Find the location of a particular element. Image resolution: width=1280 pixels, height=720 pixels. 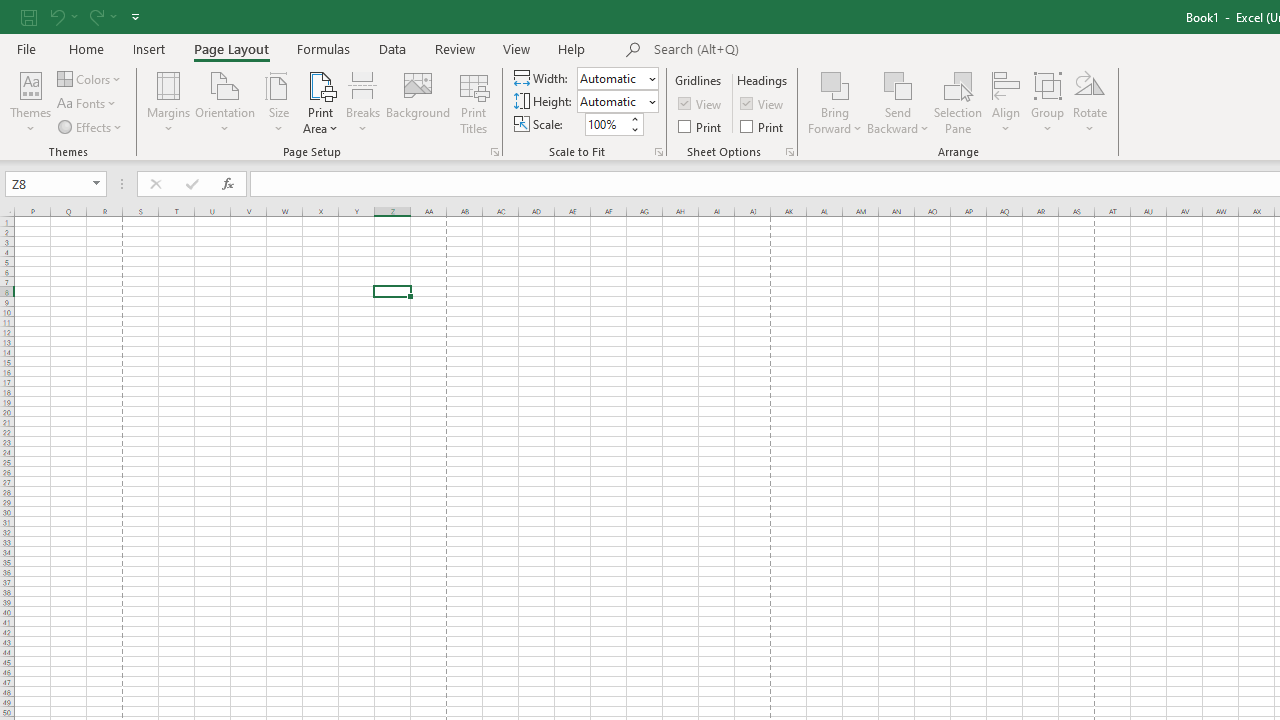

'Height' is located at coordinates (610, 101).